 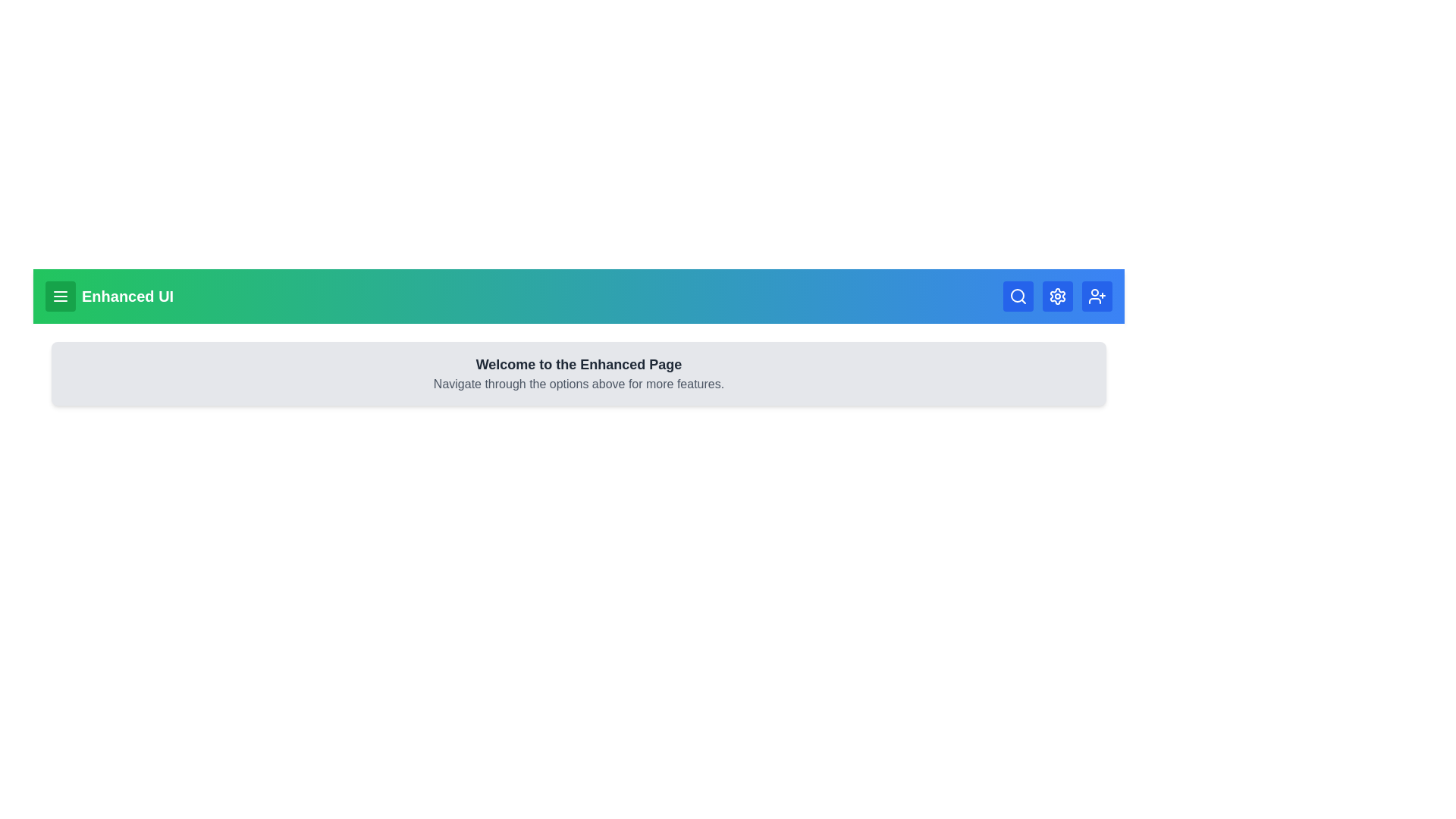 What do you see at coordinates (1018, 296) in the screenshot?
I see `the search button in the EnhancedAppBar component` at bounding box center [1018, 296].